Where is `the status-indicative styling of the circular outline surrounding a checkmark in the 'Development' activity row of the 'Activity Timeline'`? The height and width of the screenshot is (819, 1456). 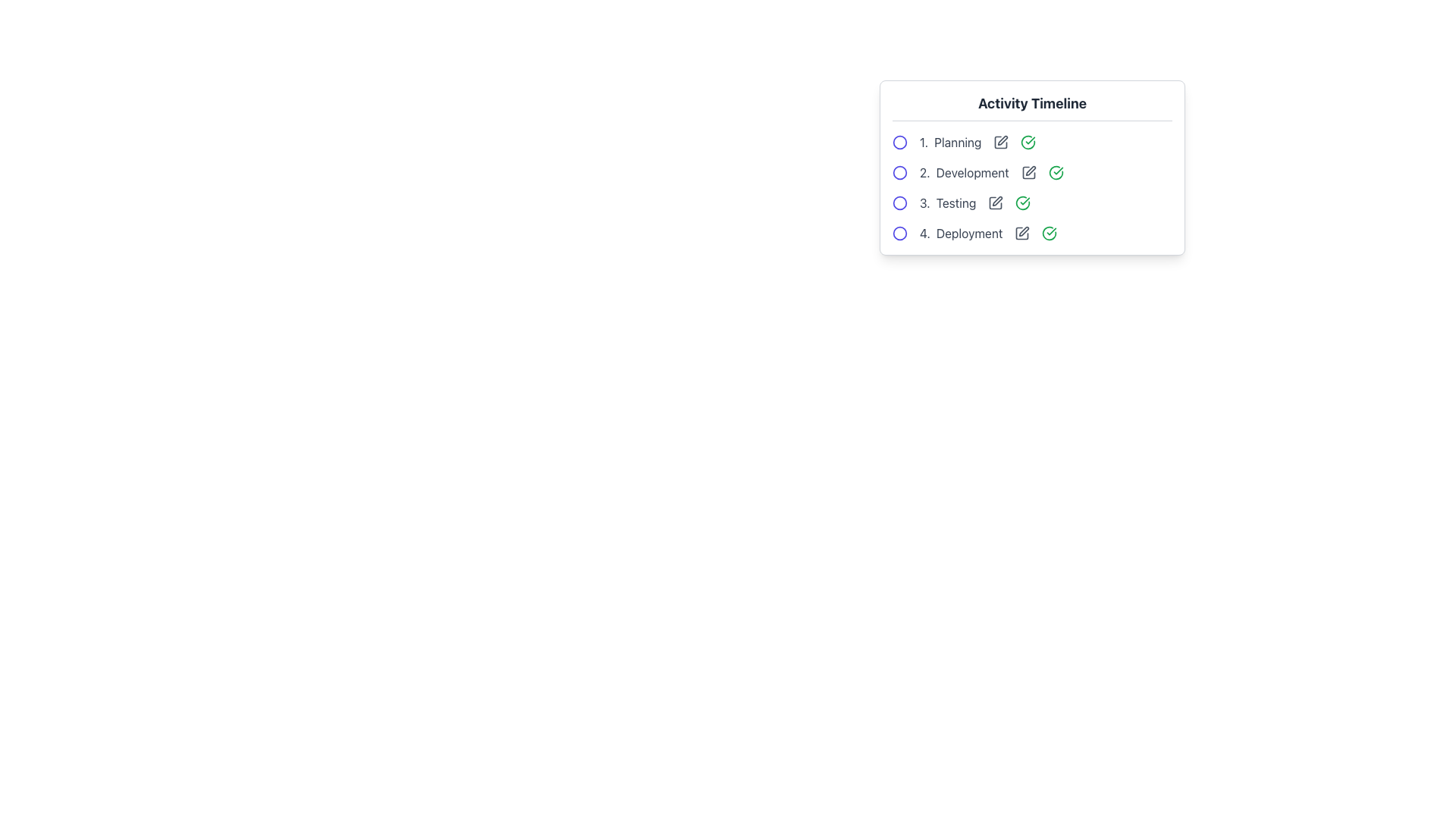
the status-indicative styling of the circular outline surrounding a checkmark in the 'Development' activity row of the 'Activity Timeline' is located at coordinates (1055, 171).